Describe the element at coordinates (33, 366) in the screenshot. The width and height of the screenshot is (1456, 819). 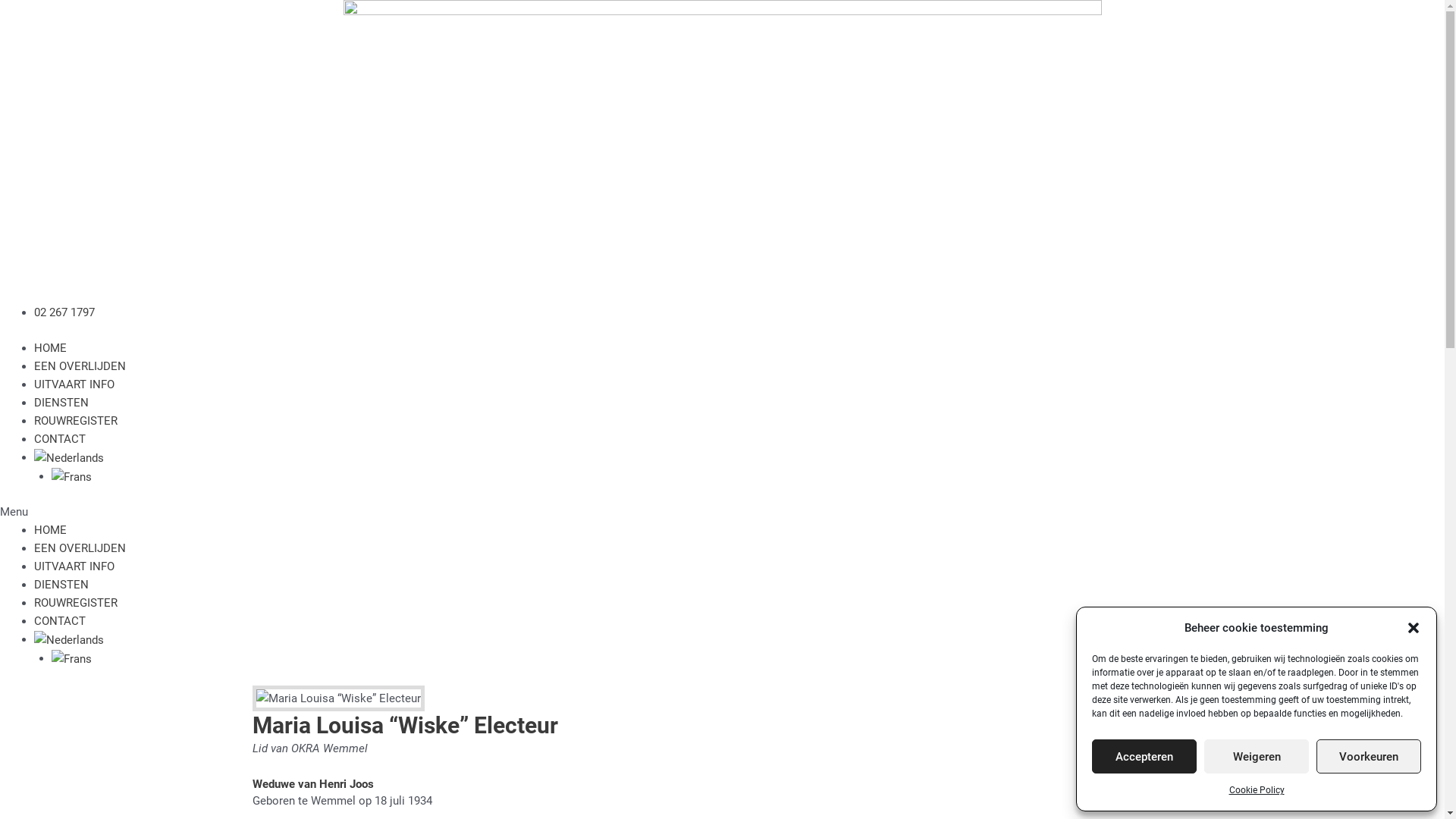
I see `'EEN OVERLIJDEN'` at that location.